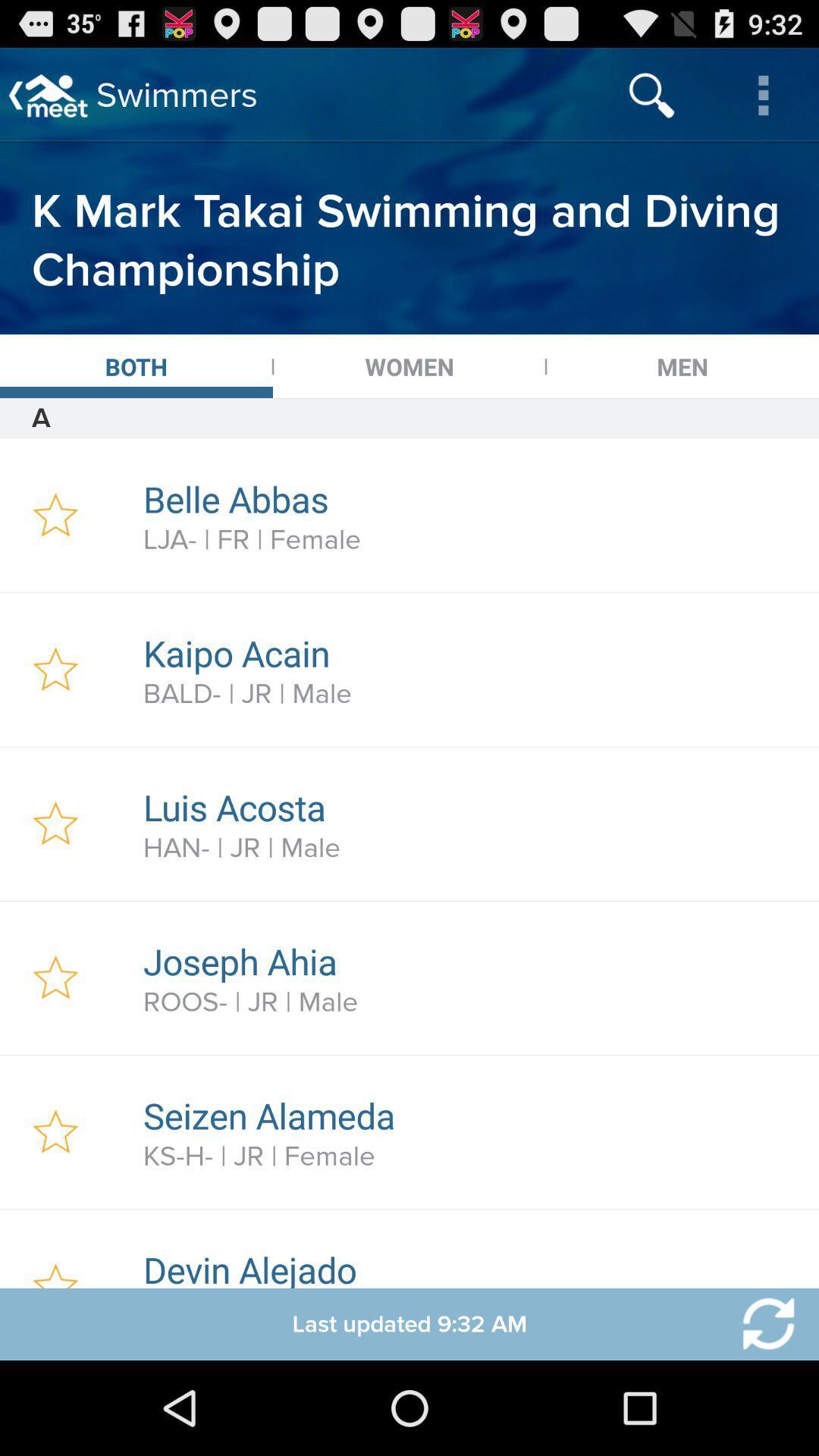 This screenshot has width=819, height=1456. What do you see at coordinates (472, 1116) in the screenshot?
I see `the icon below the roos- | jr | male item` at bounding box center [472, 1116].